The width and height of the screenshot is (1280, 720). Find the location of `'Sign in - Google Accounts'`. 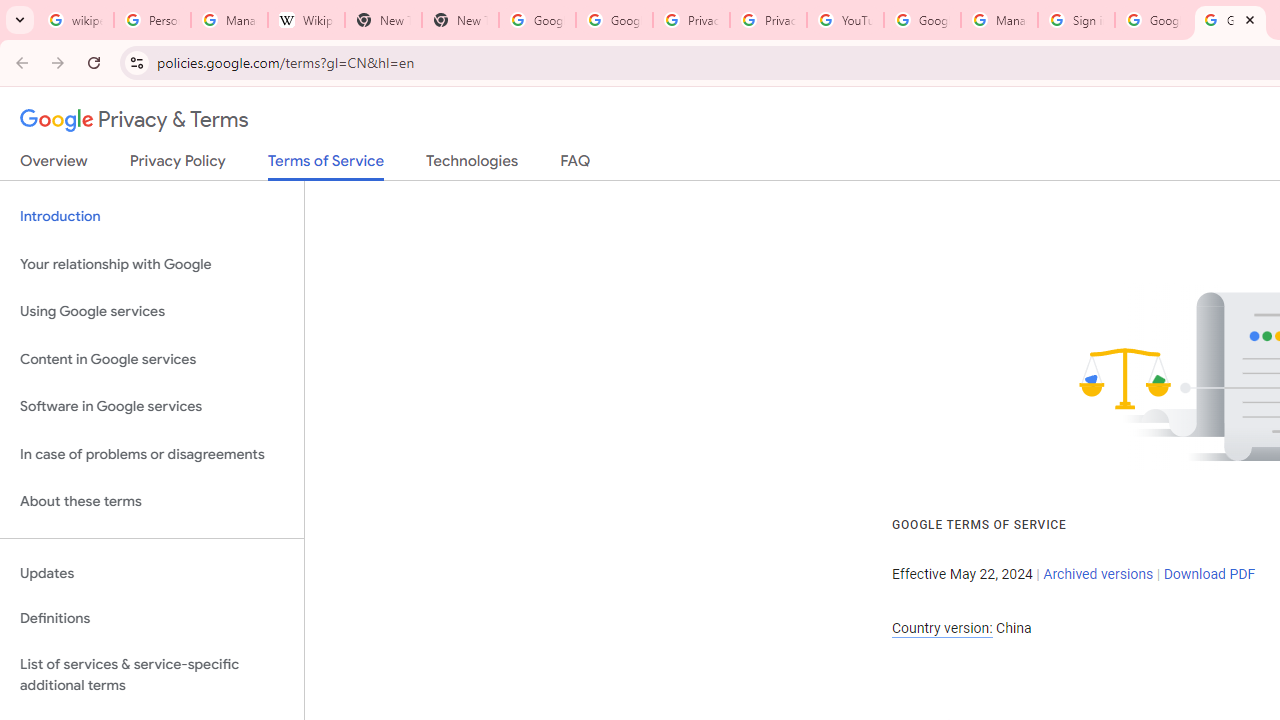

'Sign in - Google Accounts' is located at coordinates (1075, 20).